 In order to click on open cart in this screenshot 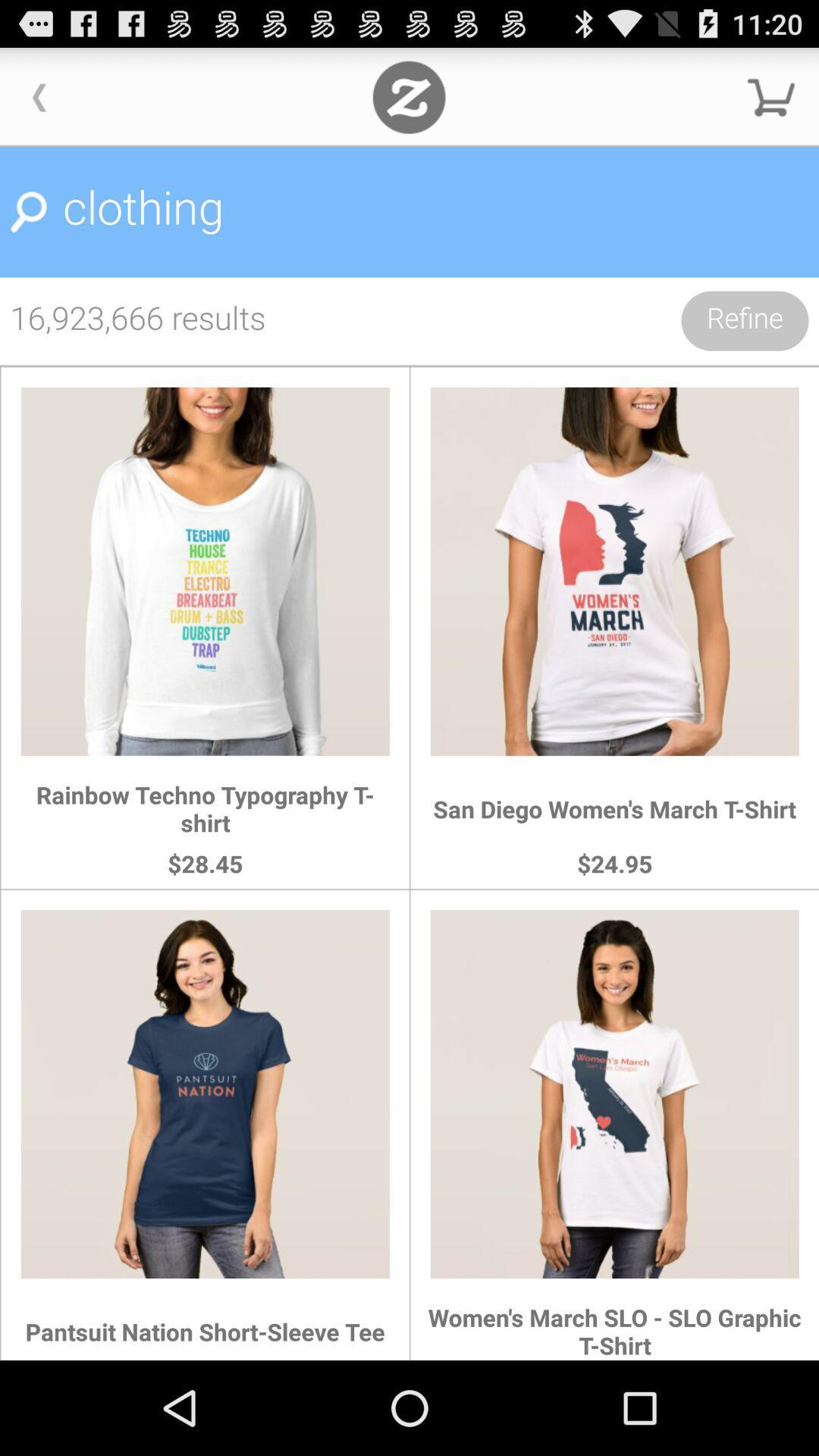, I will do `click(771, 96)`.